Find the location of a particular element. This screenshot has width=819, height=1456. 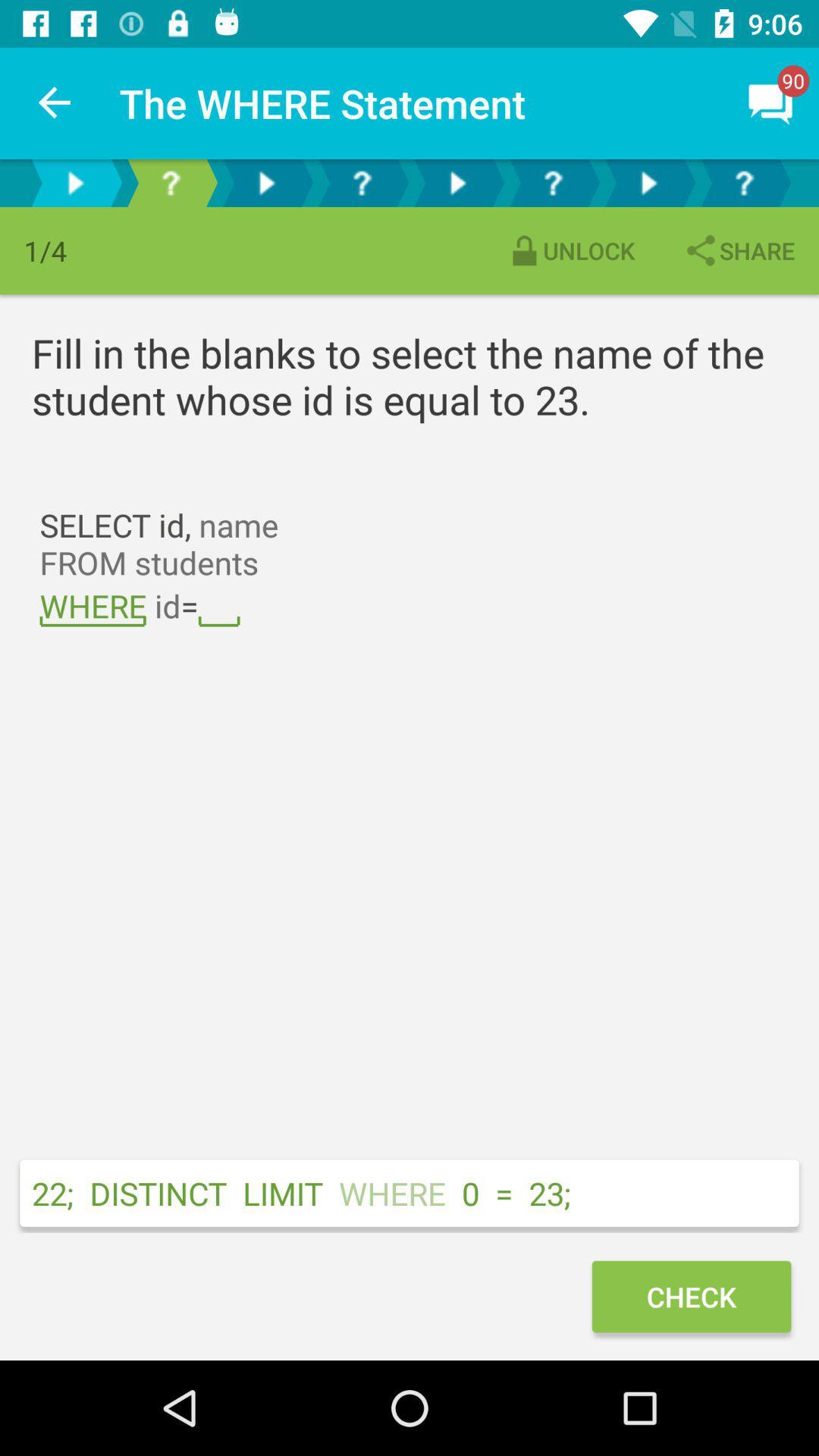

the icon above fill in the icon is located at coordinates (738, 250).